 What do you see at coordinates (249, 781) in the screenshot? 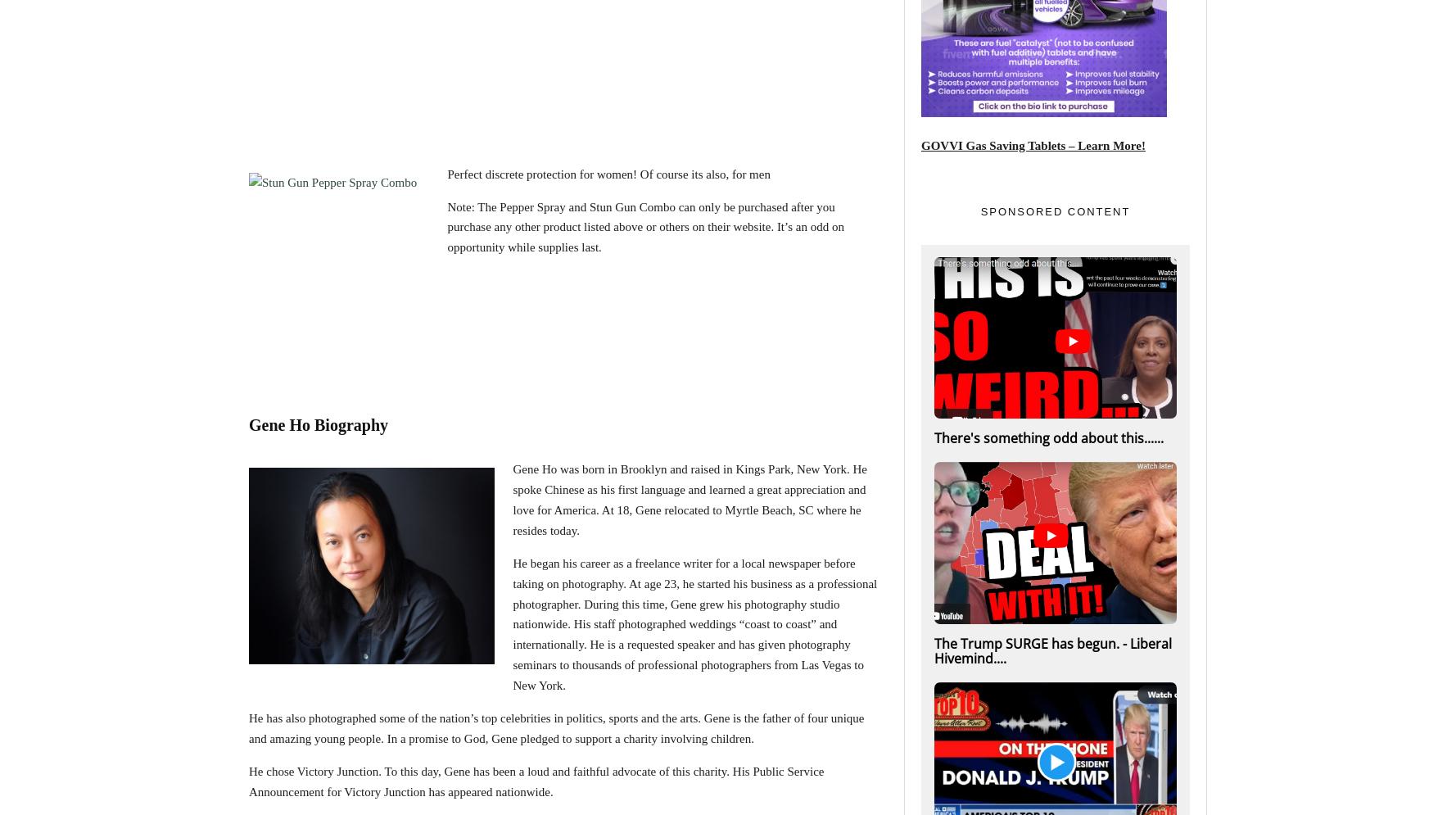
I see `'He chose Victory Junction. To this day, Gene has been a loud and faithful advocate of this charity. His Public Service Announcement for Victory Junction has appeared nationwide.'` at bounding box center [249, 781].